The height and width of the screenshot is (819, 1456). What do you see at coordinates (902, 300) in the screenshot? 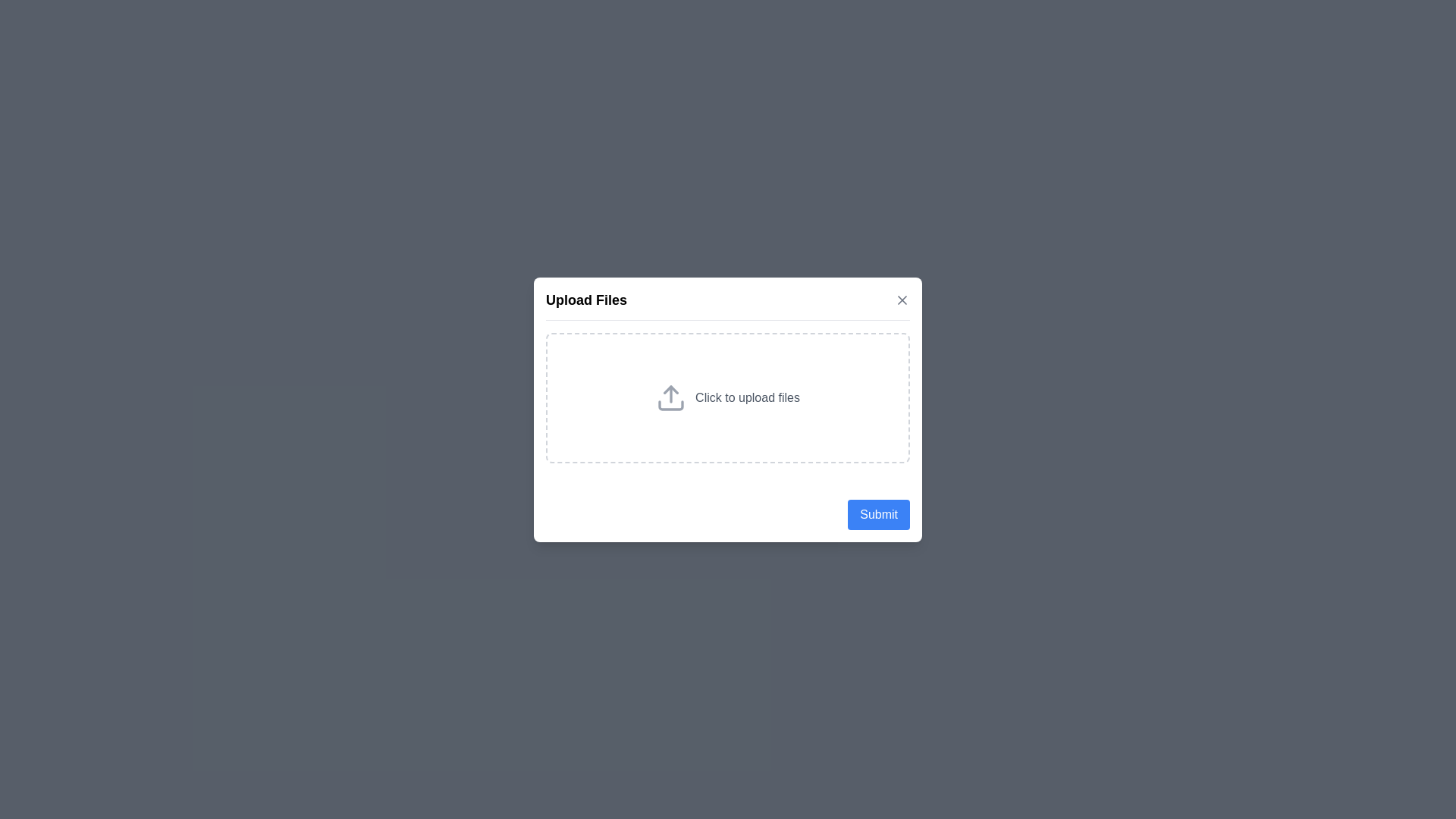
I see `the close button in the top-right corner of the dialog` at bounding box center [902, 300].